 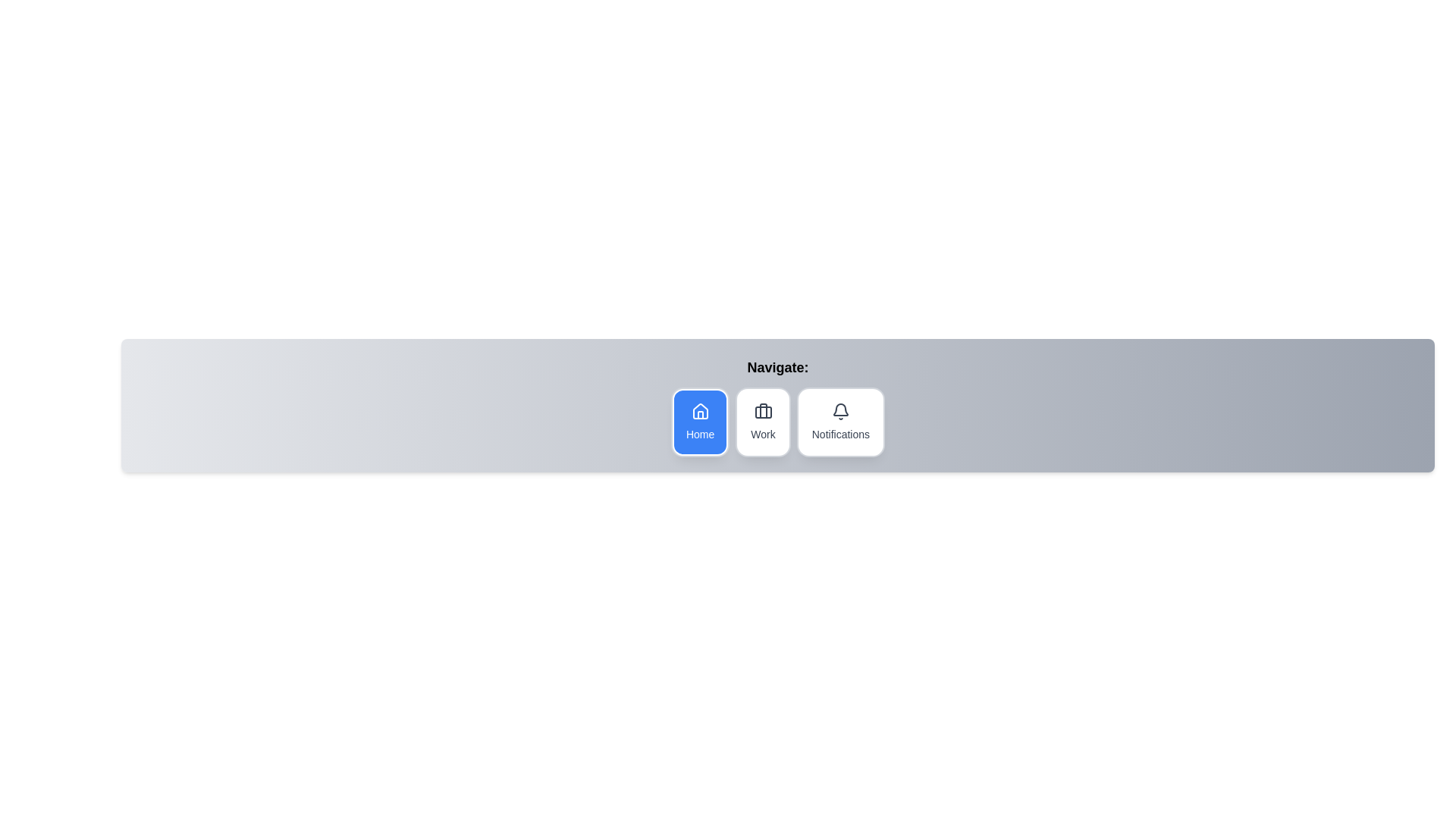 I want to click on the Notifications navigation option, so click(x=839, y=422).